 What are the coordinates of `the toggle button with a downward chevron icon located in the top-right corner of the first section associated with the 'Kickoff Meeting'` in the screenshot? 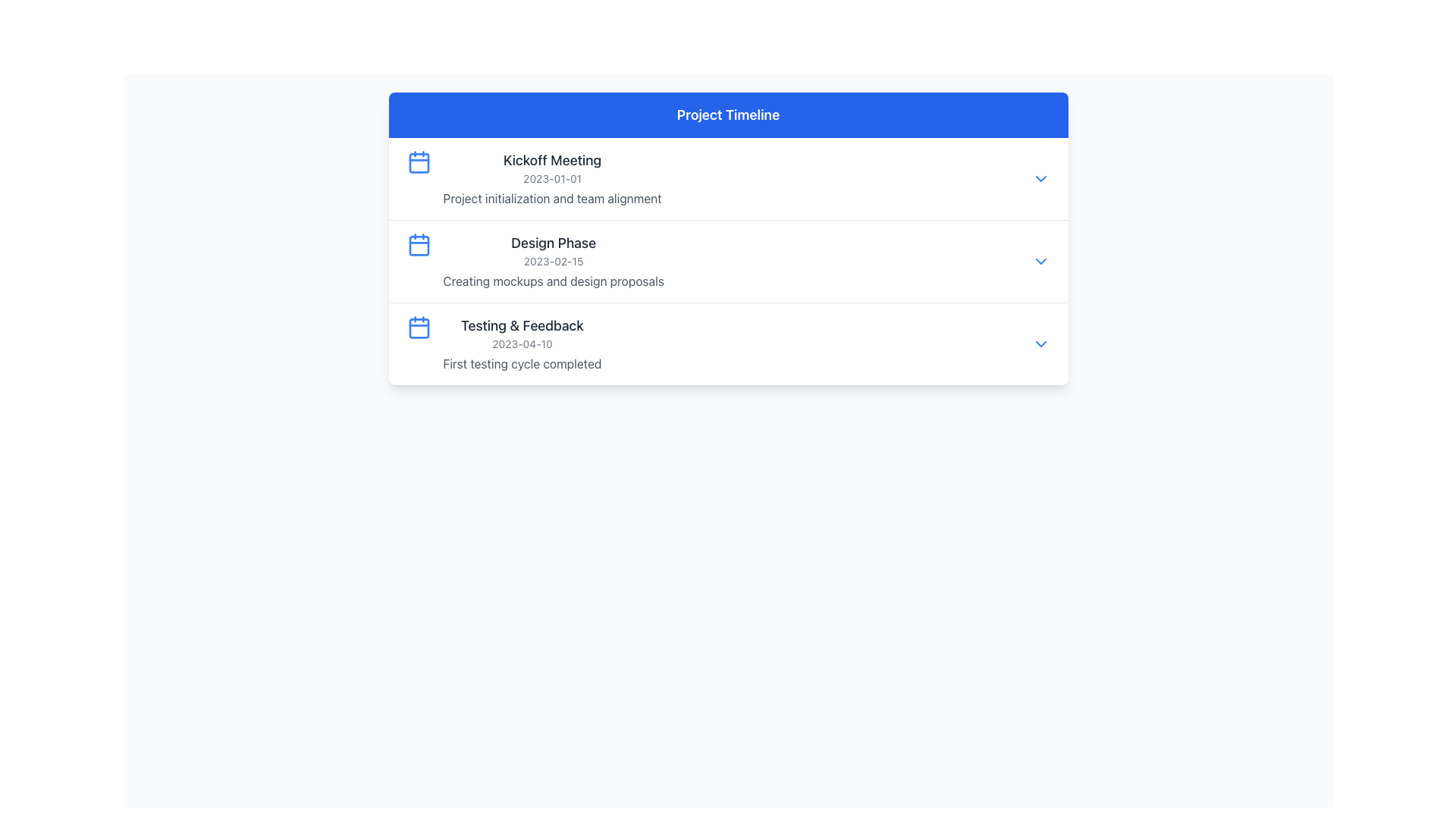 It's located at (1040, 177).